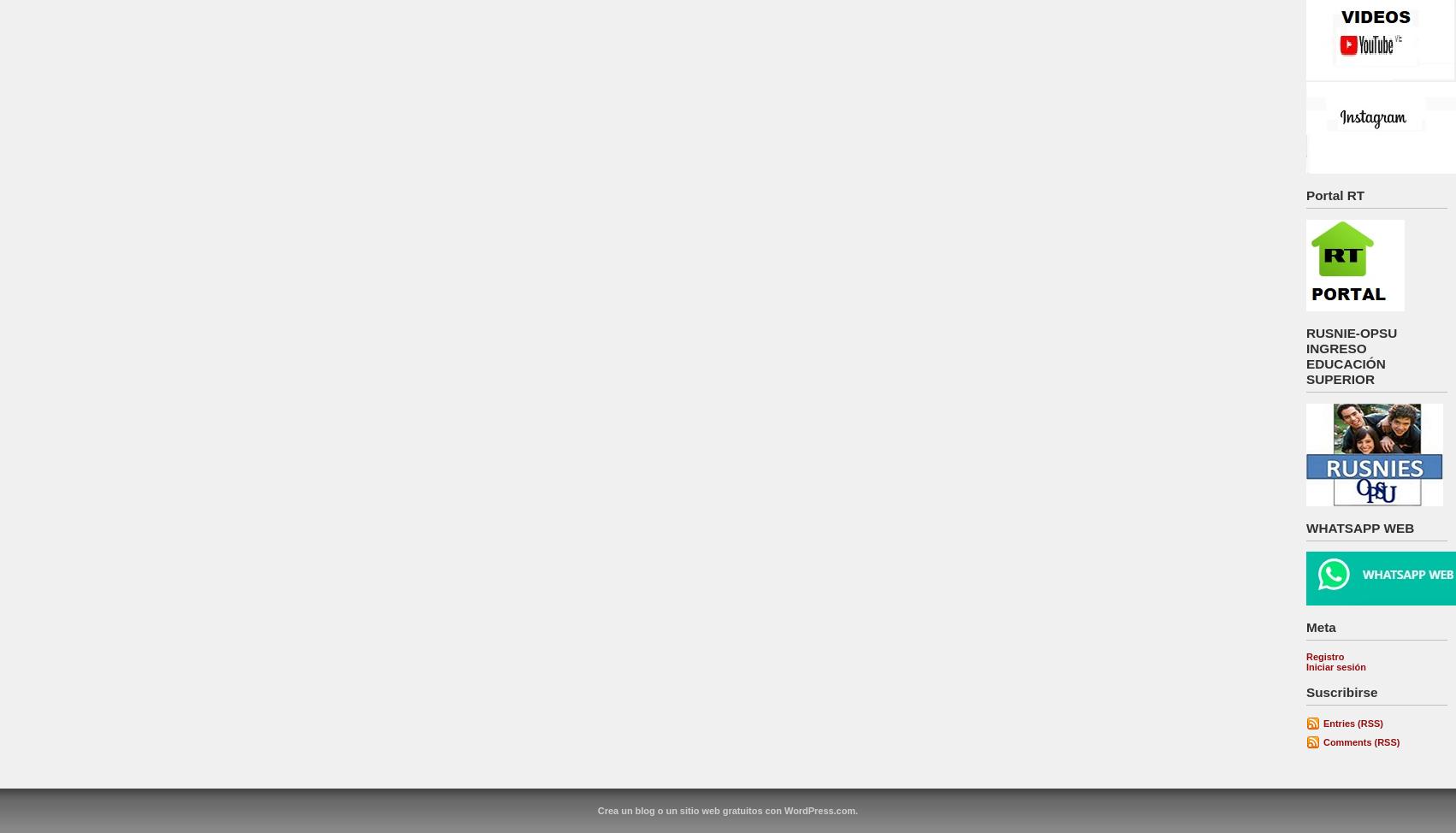 The height and width of the screenshot is (833, 1456). I want to click on 'Comments (RSS)', so click(1360, 741).